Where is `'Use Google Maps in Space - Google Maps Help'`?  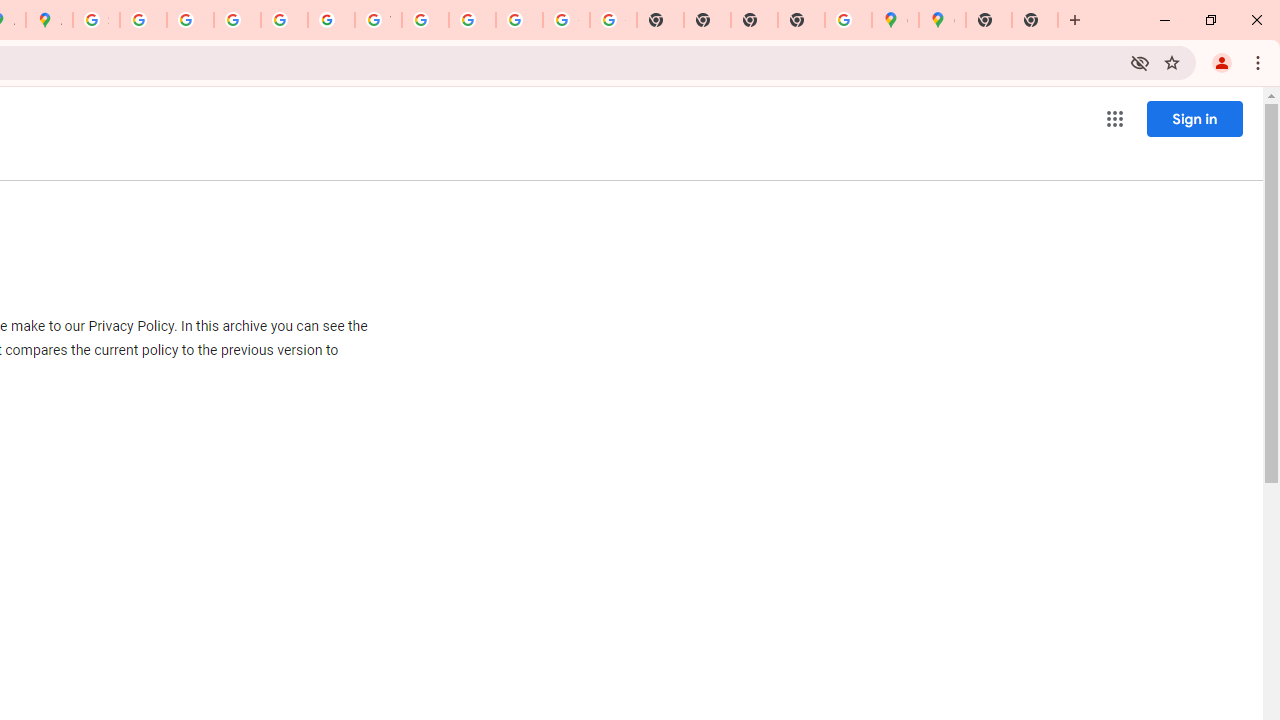 'Use Google Maps in Space - Google Maps Help' is located at coordinates (848, 20).